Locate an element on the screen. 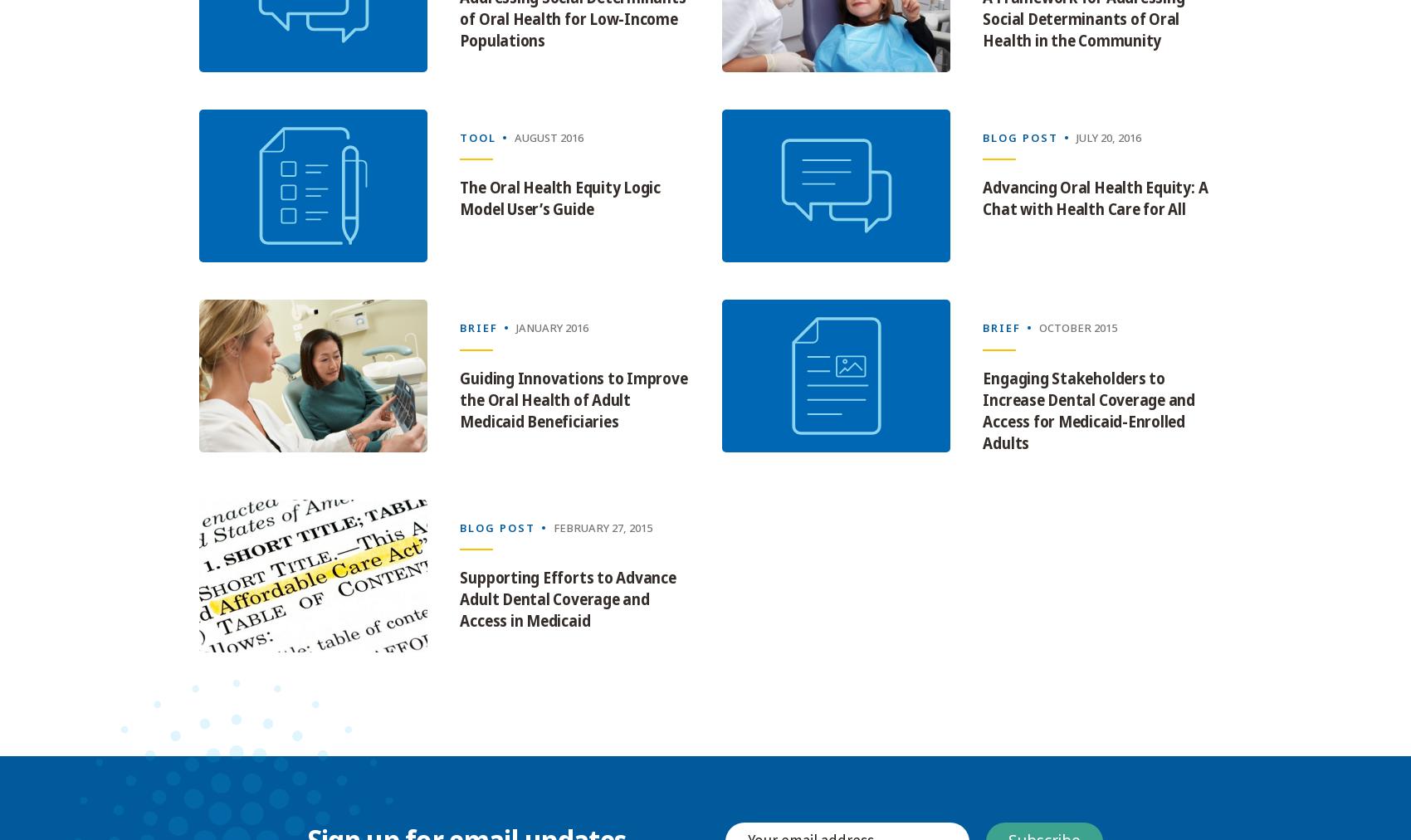 This screenshot has height=840, width=1411. 'February 27, 2015' is located at coordinates (603, 527).